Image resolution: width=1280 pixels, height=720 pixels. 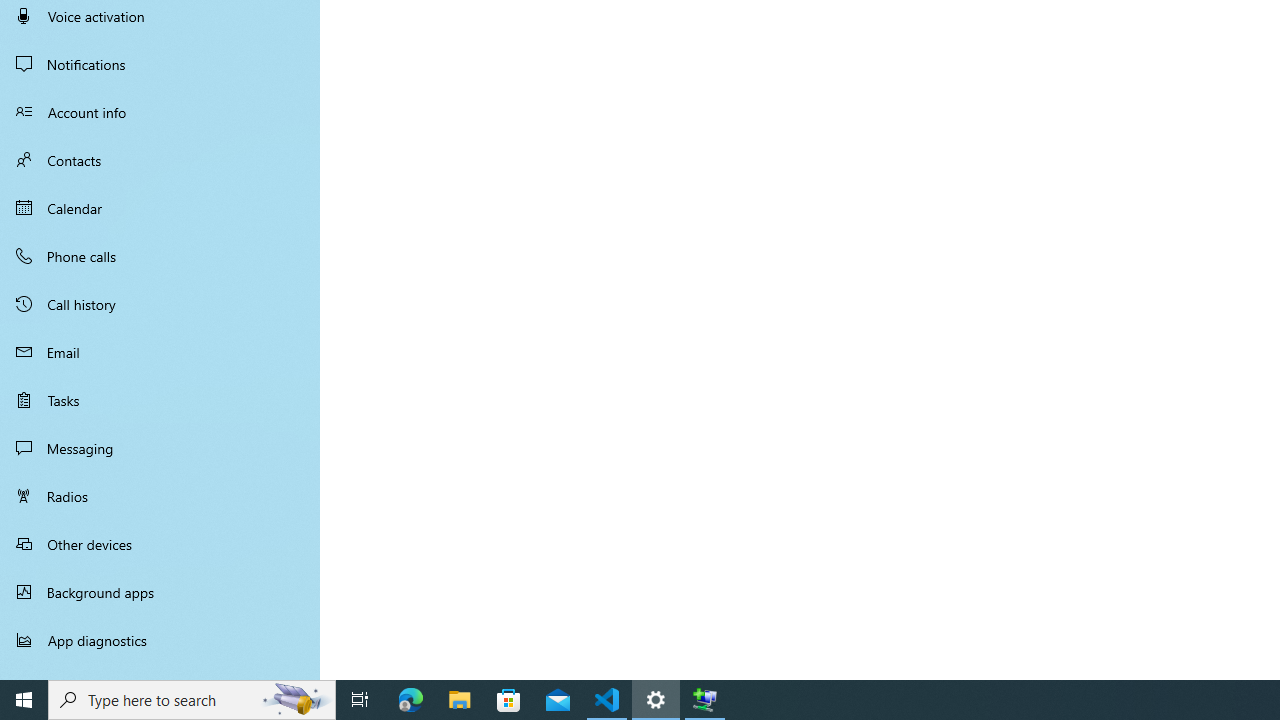 I want to click on 'Radios', so click(x=160, y=495).